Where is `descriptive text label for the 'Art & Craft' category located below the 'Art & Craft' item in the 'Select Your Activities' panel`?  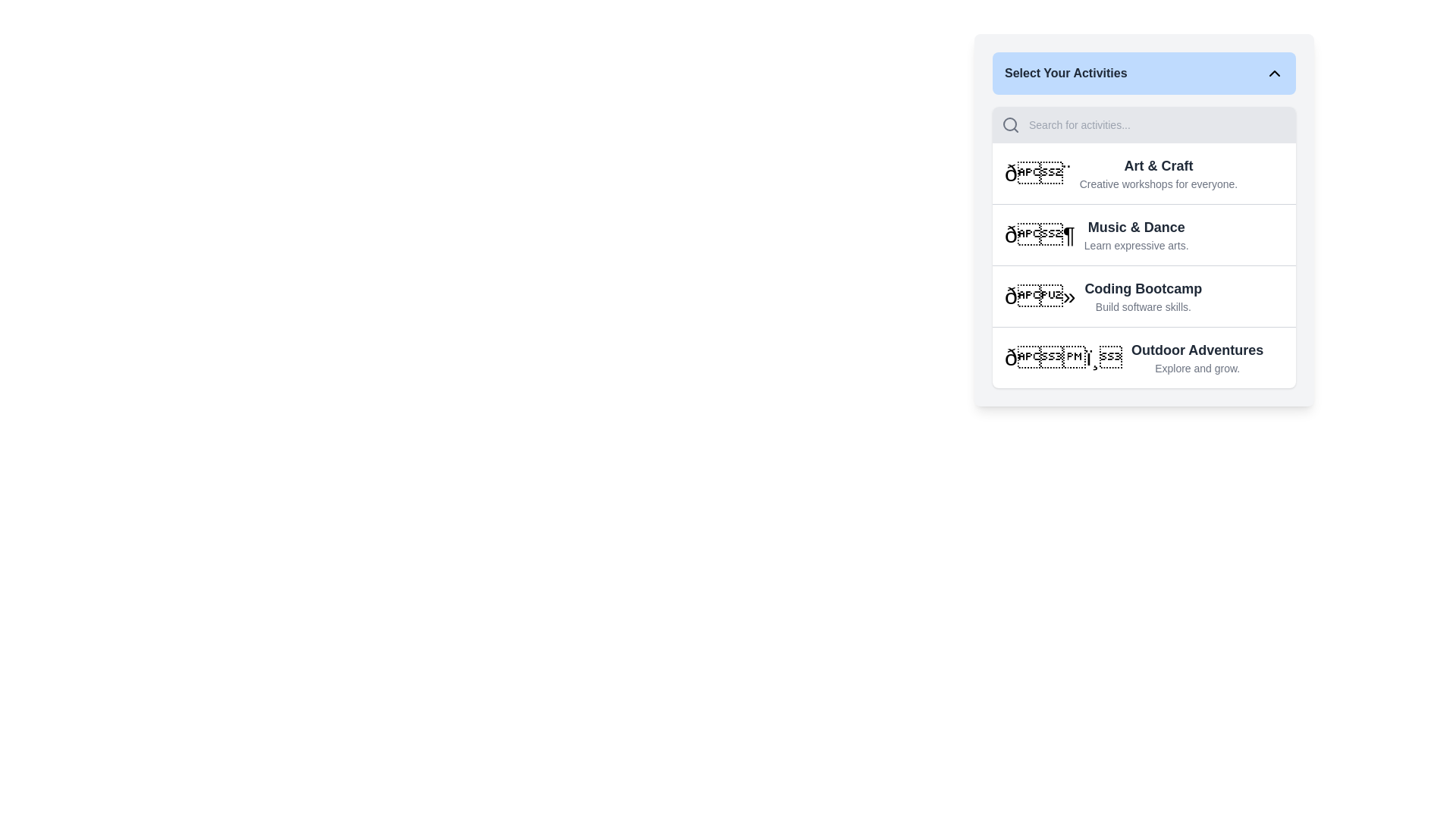 descriptive text label for the 'Art & Craft' category located below the 'Art & Craft' item in the 'Select Your Activities' panel is located at coordinates (1157, 184).